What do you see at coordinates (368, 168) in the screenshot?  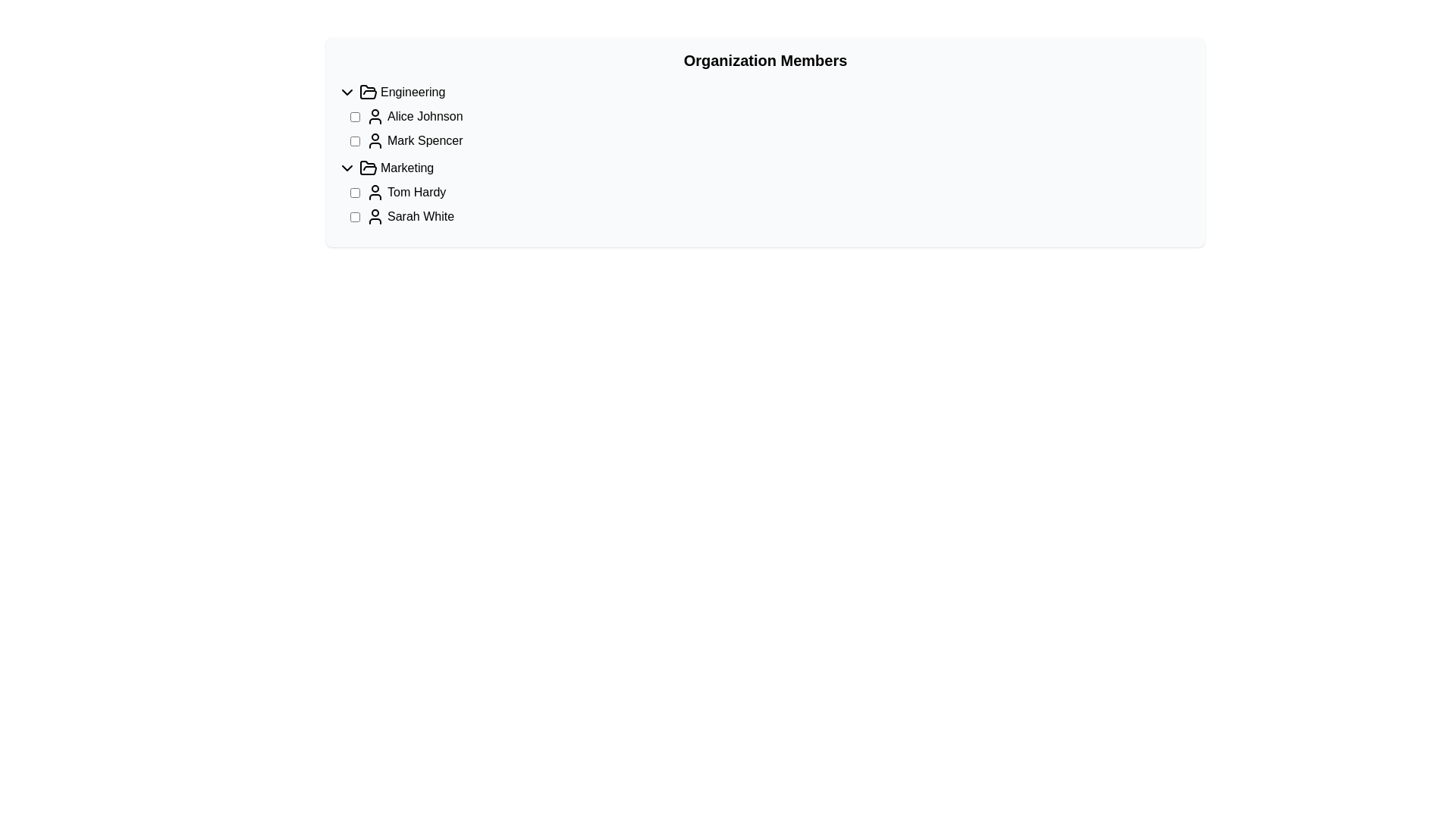 I see `the stylized folder icon located in the 'Marketing' section header on the left side of the interface` at bounding box center [368, 168].